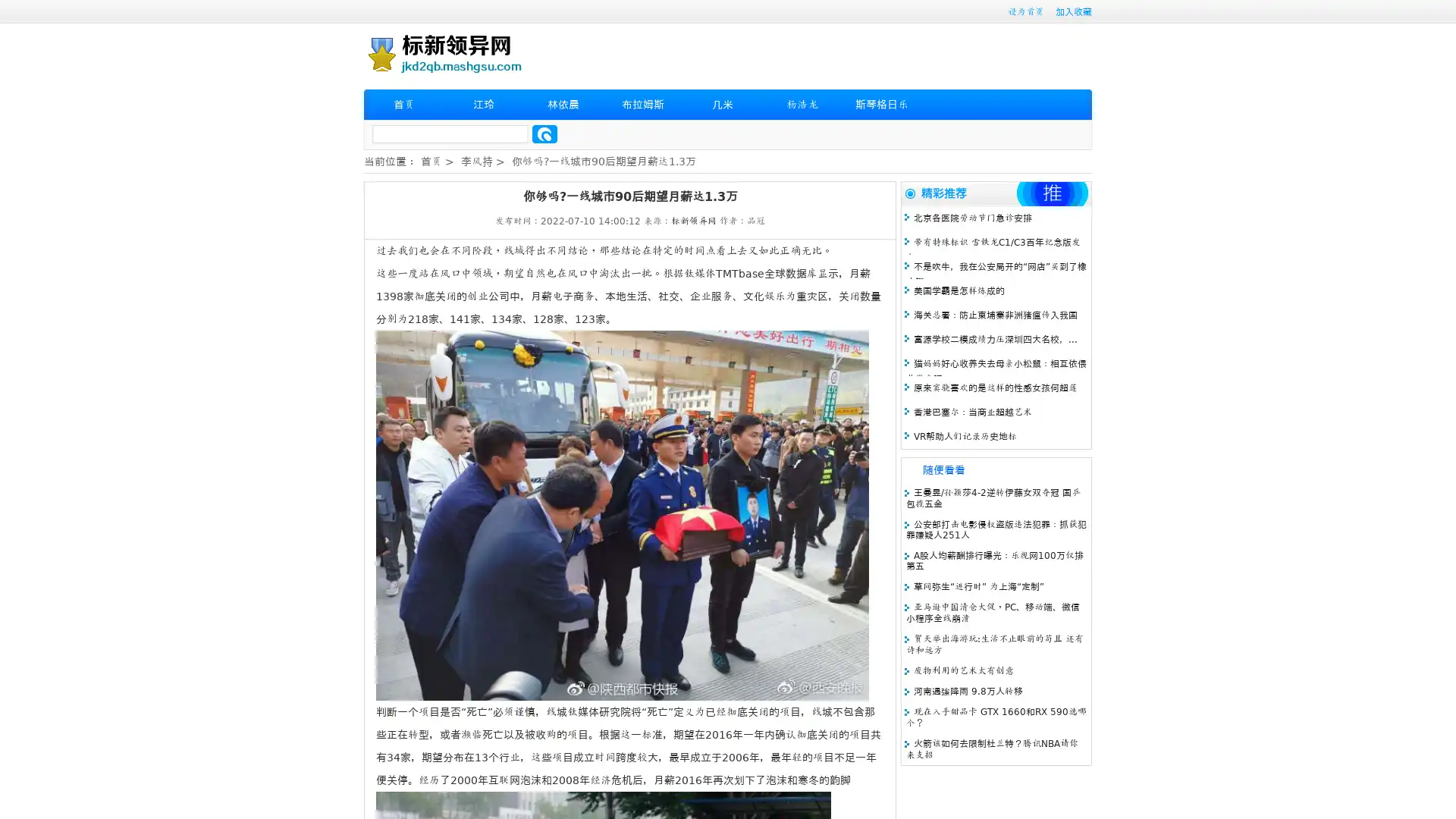  Describe the element at coordinates (544, 133) in the screenshot. I see `Search` at that location.